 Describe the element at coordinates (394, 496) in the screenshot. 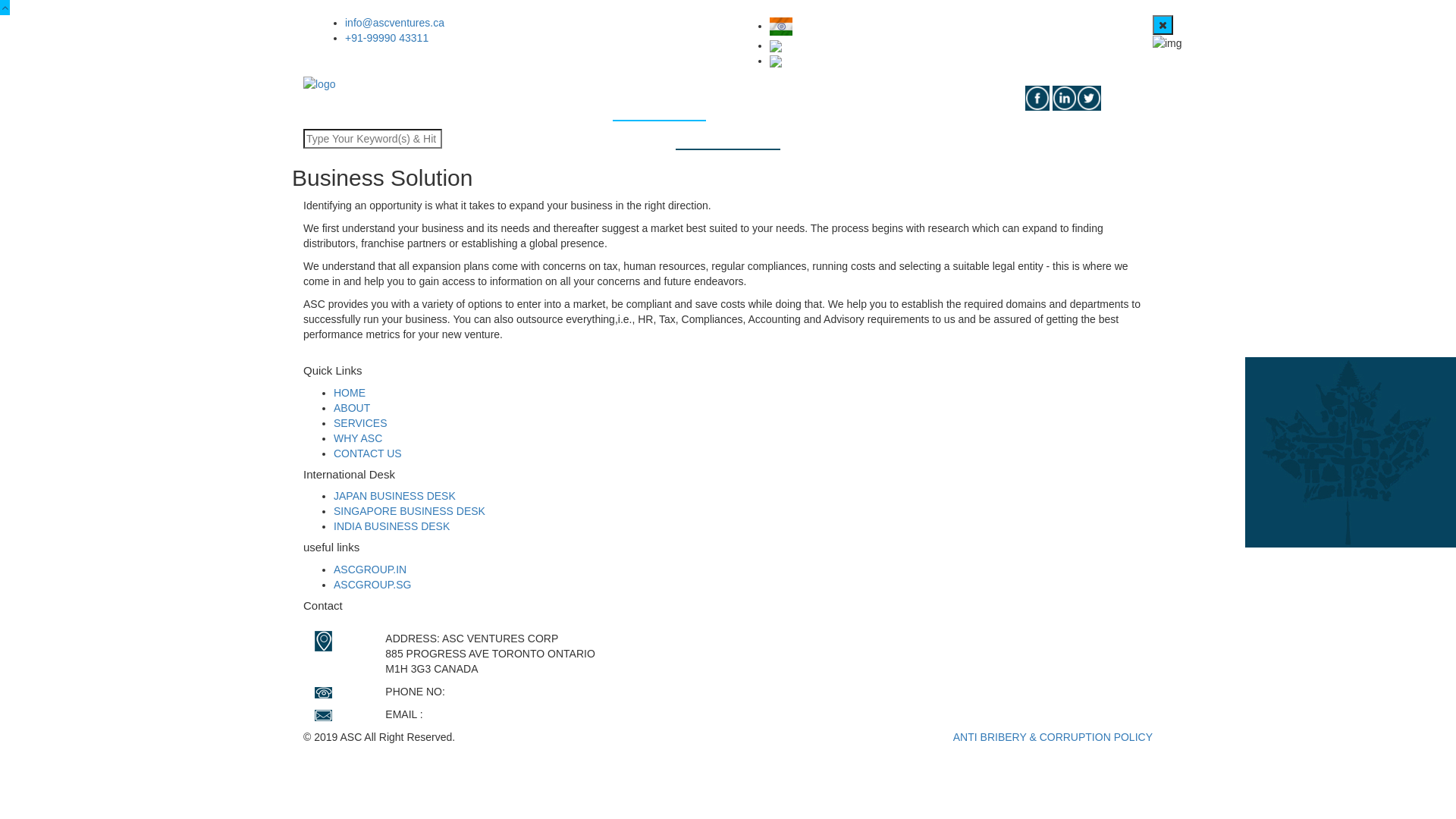

I see `'JAPAN BUSINESS DESK'` at that location.